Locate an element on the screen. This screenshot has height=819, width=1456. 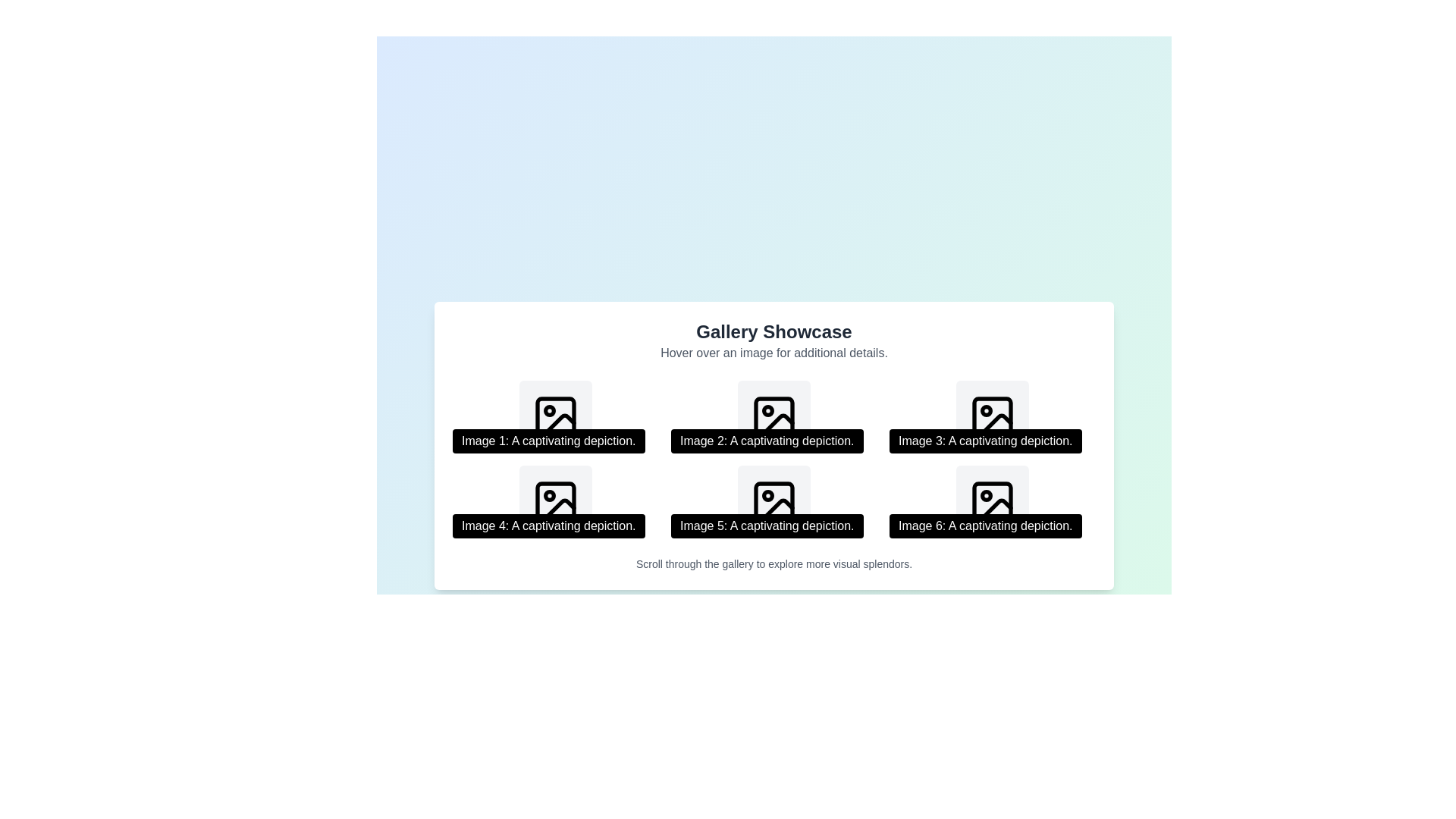
the image placeholder icon, which is styled like a picture frame and is the third item in the first row of the gallery grid is located at coordinates (993, 417).